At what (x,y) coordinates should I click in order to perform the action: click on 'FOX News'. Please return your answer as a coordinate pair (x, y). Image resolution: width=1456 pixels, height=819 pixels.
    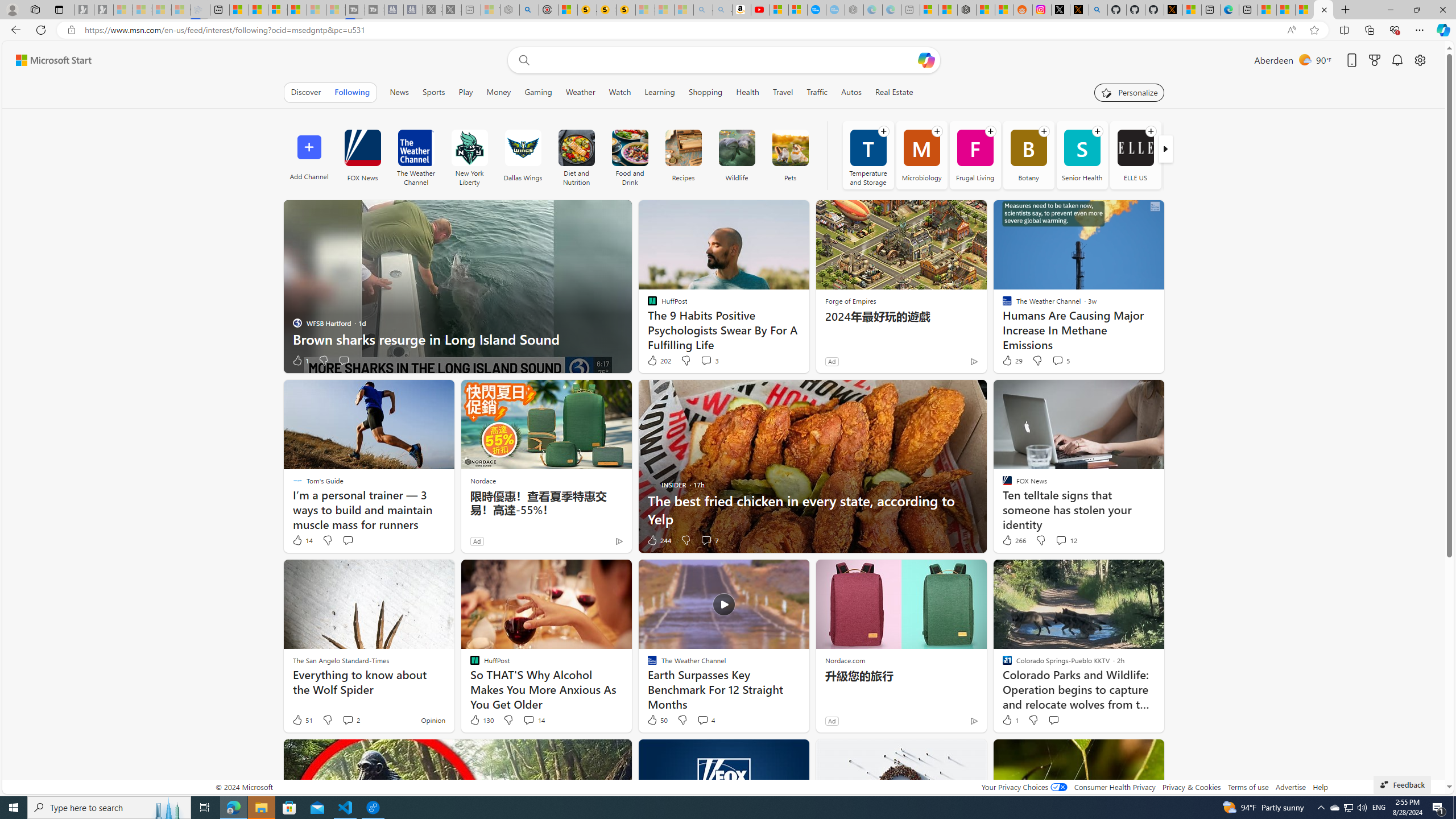
    Looking at the image, I should click on (362, 147).